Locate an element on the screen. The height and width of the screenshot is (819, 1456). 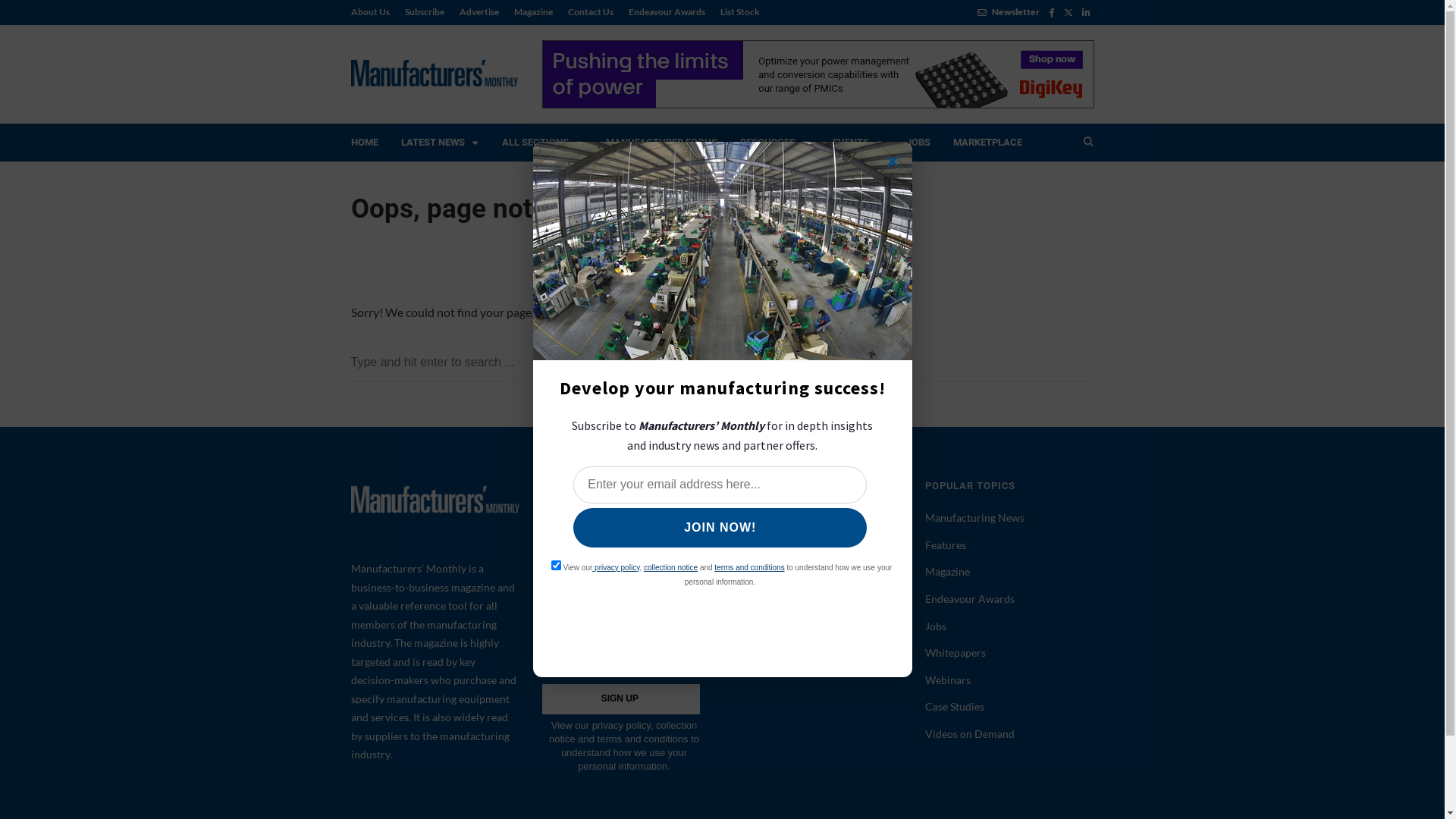
'Videos on Demand' is located at coordinates (968, 733).